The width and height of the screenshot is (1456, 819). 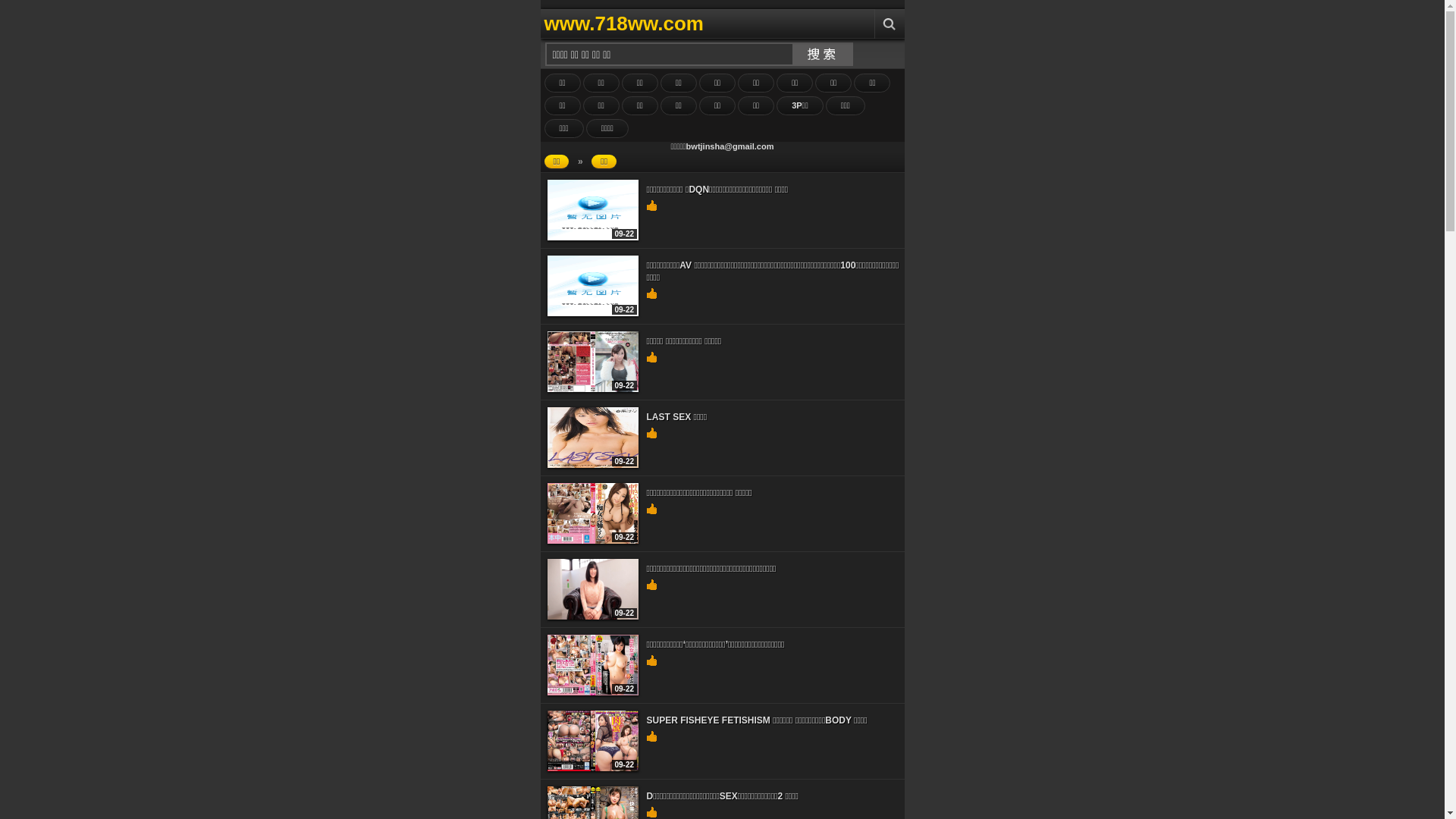 I want to click on '09-22', so click(x=592, y=692).